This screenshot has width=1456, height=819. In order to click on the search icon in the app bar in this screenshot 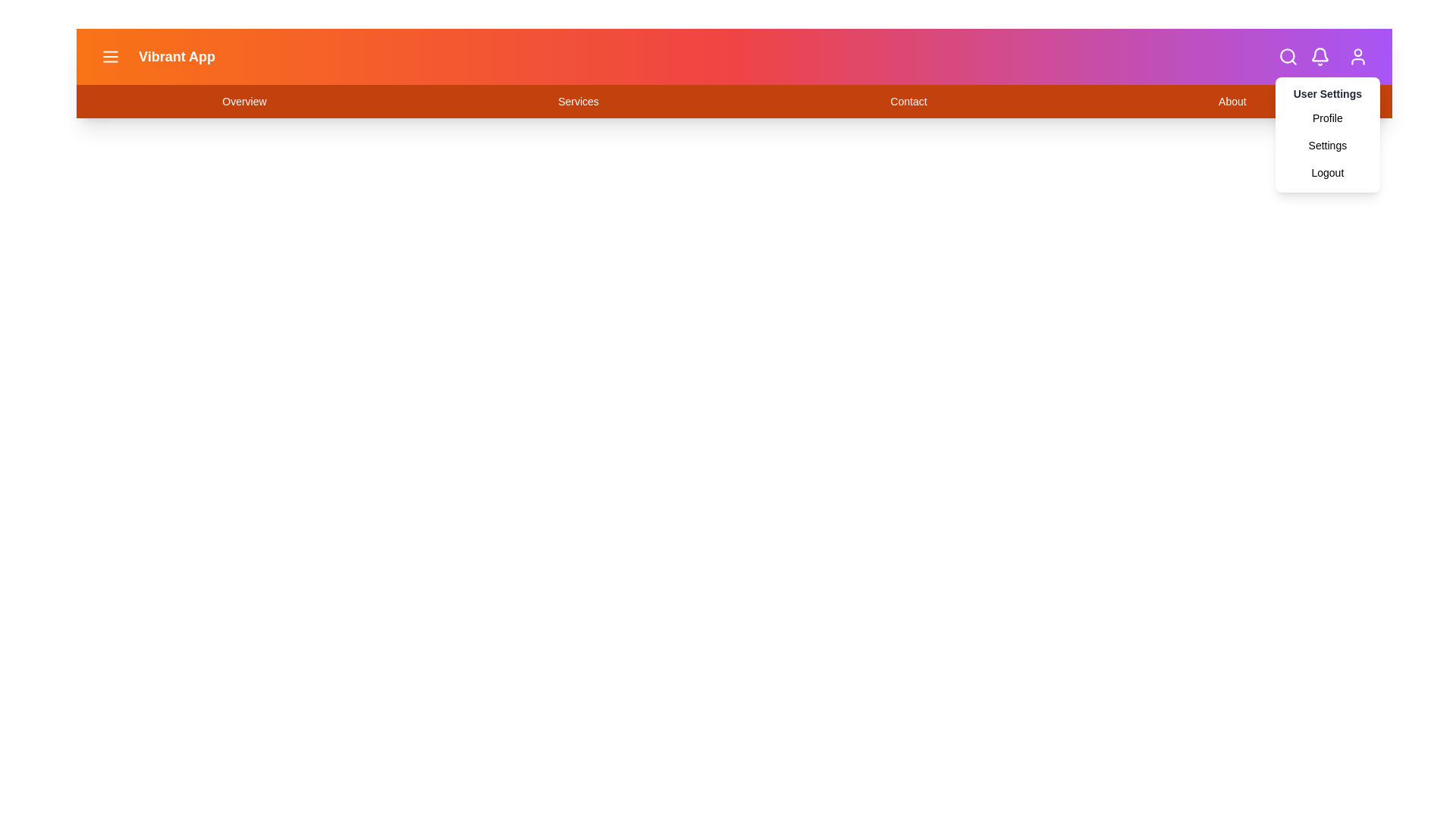, I will do `click(1288, 55)`.